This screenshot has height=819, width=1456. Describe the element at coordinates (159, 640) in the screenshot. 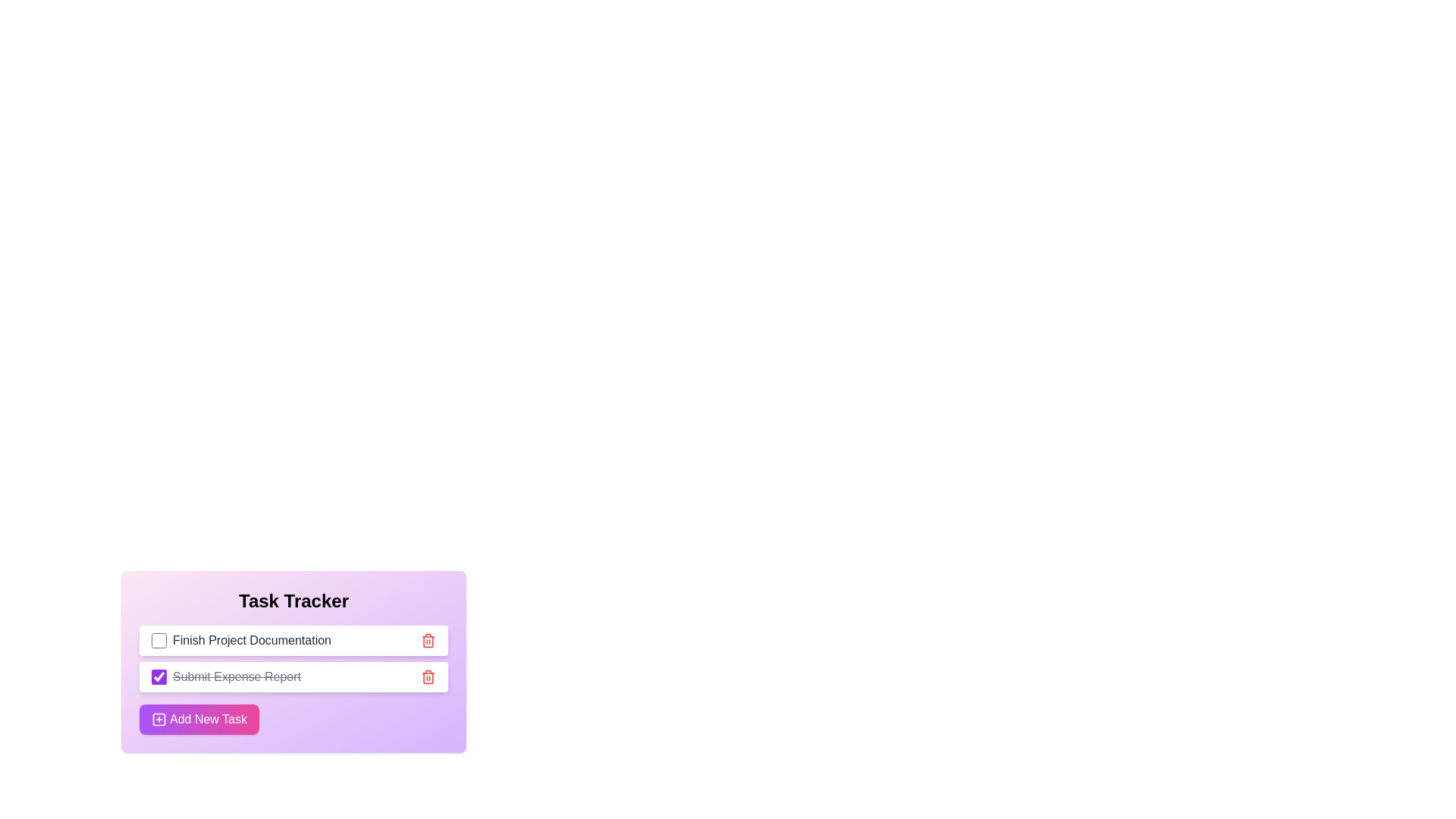

I see `the first checkbox in the vertical task list for the task labeled 'Finish Project Documentation'` at that location.